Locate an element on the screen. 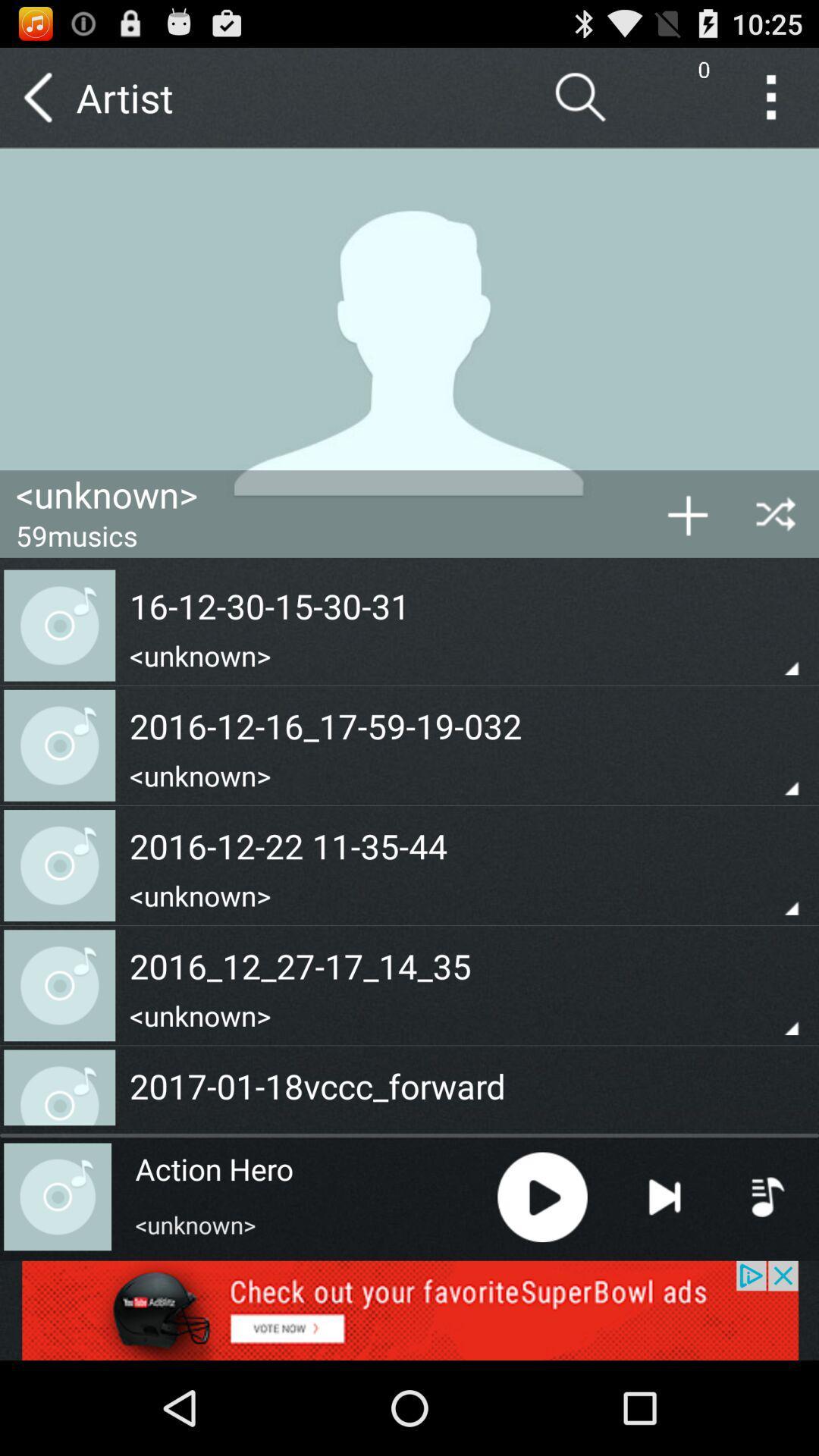  the add icon is located at coordinates (687, 549).